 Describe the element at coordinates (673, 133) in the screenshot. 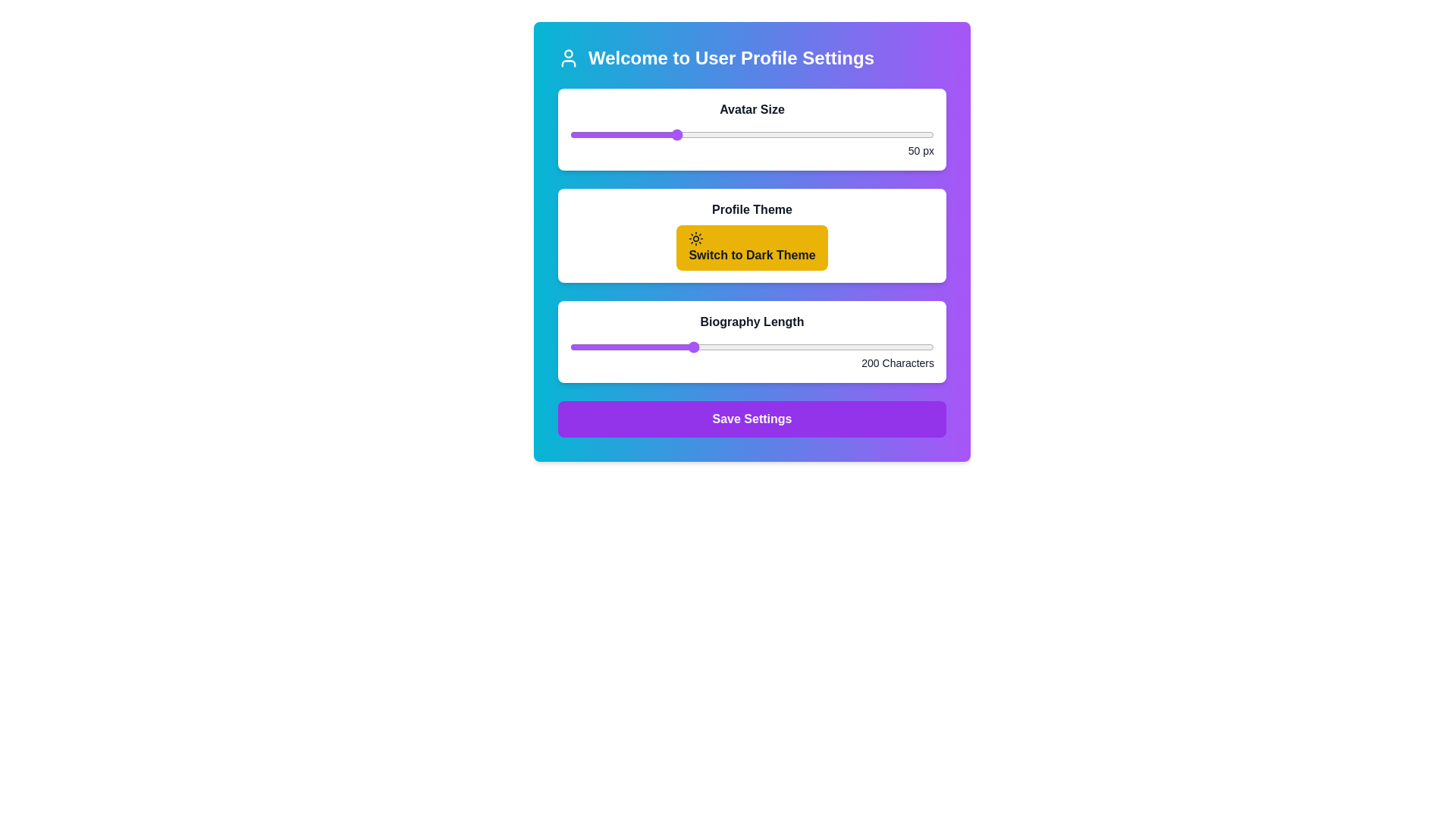

I see `avatar size` at that location.